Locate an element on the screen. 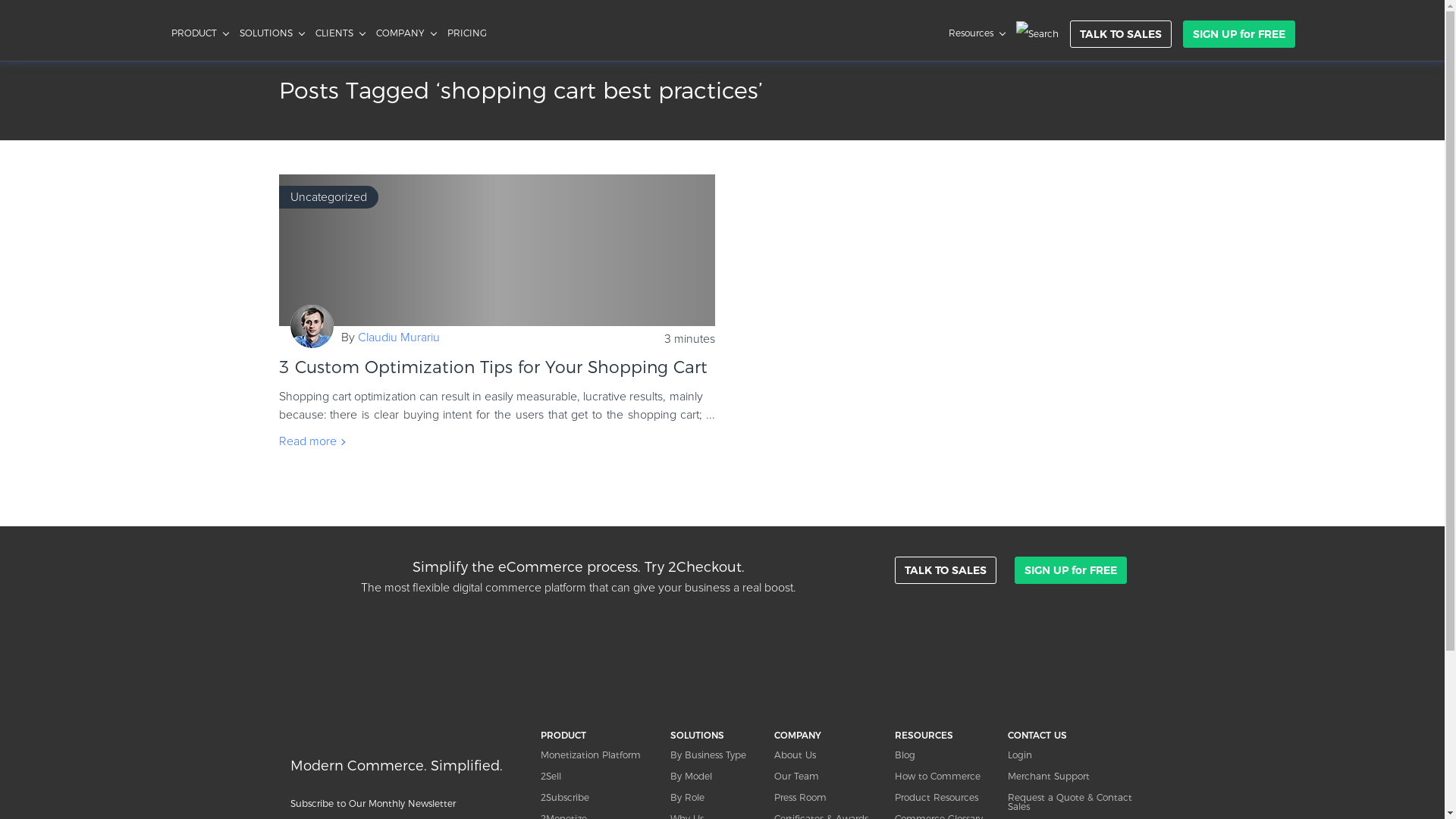  'SOLUTIONS' is located at coordinates (271, 33).